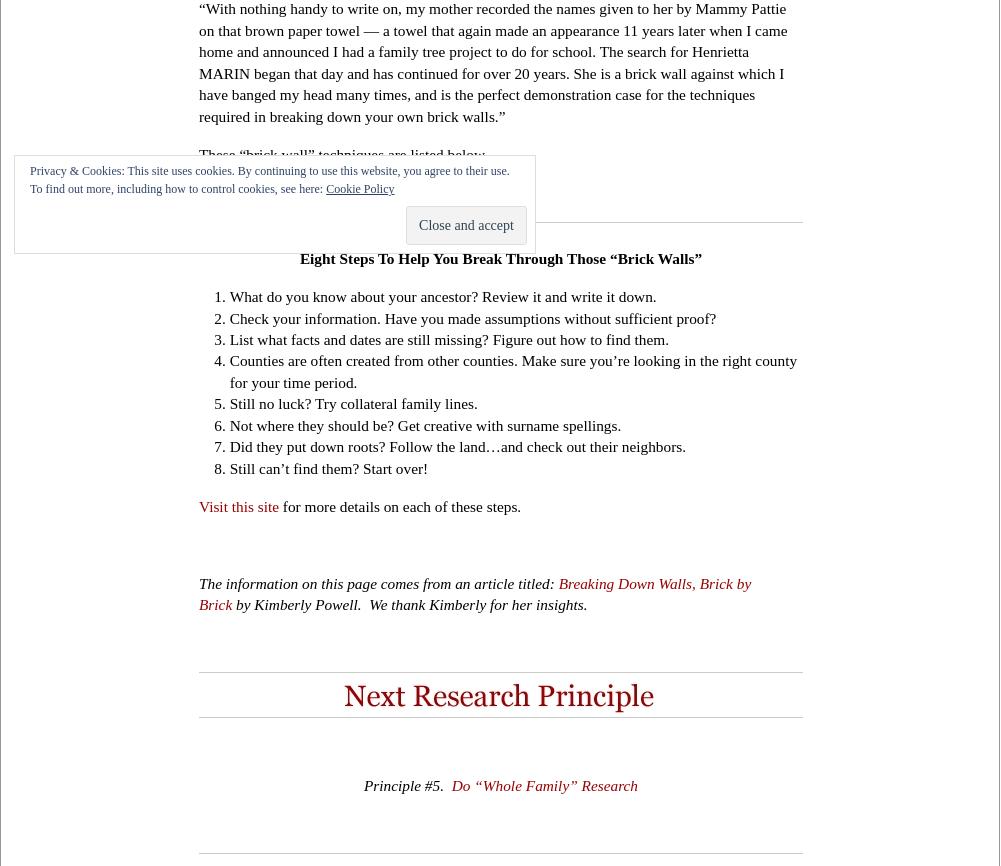 The height and width of the screenshot is (866, 1001). I want to click on 'Counties are often created from other counties. Make sure you’re looking in the right county for your time period.', so click(512, 369).